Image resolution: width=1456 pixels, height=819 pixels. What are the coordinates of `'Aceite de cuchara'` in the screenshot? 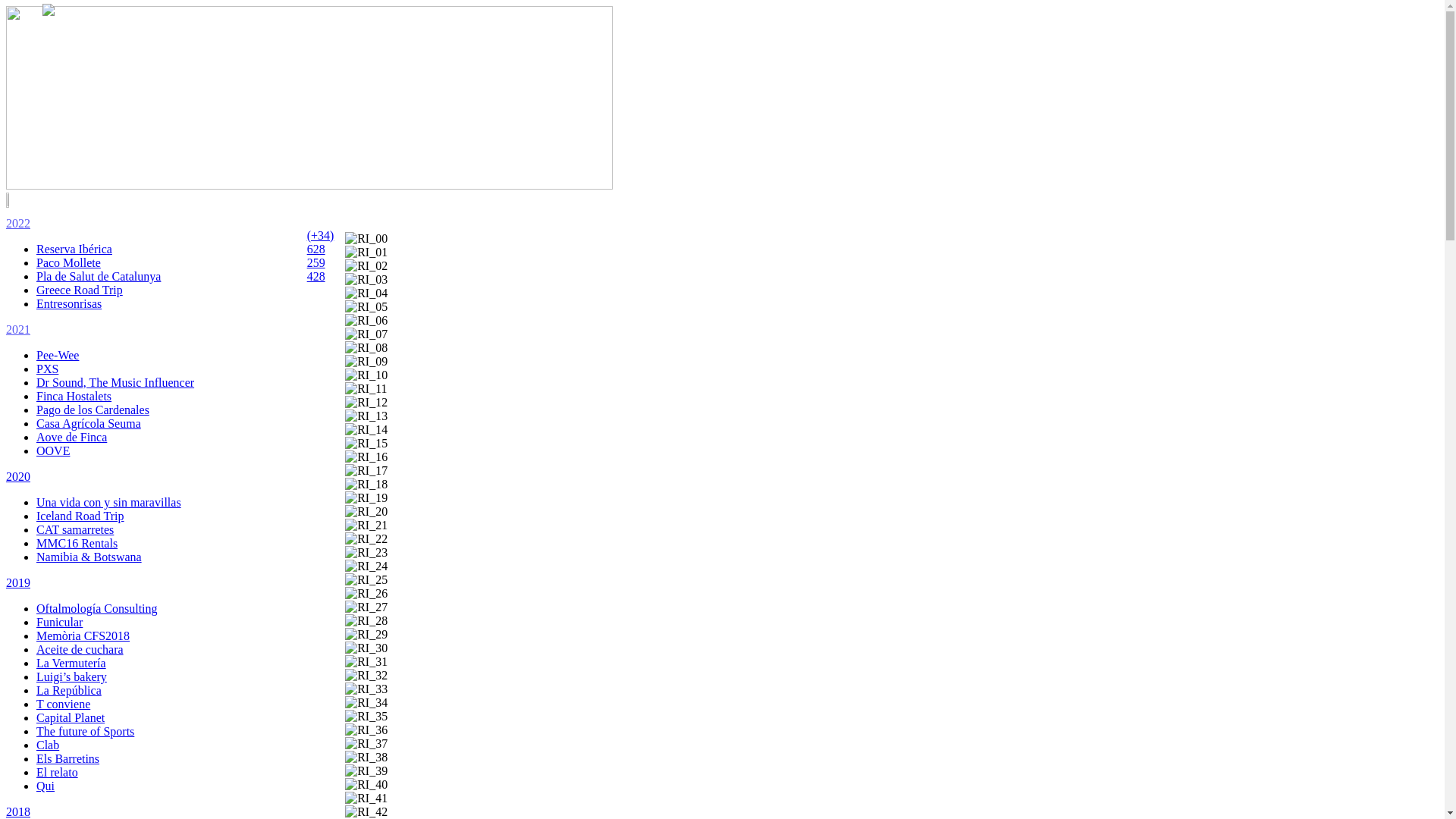 It's located at (79, 648).